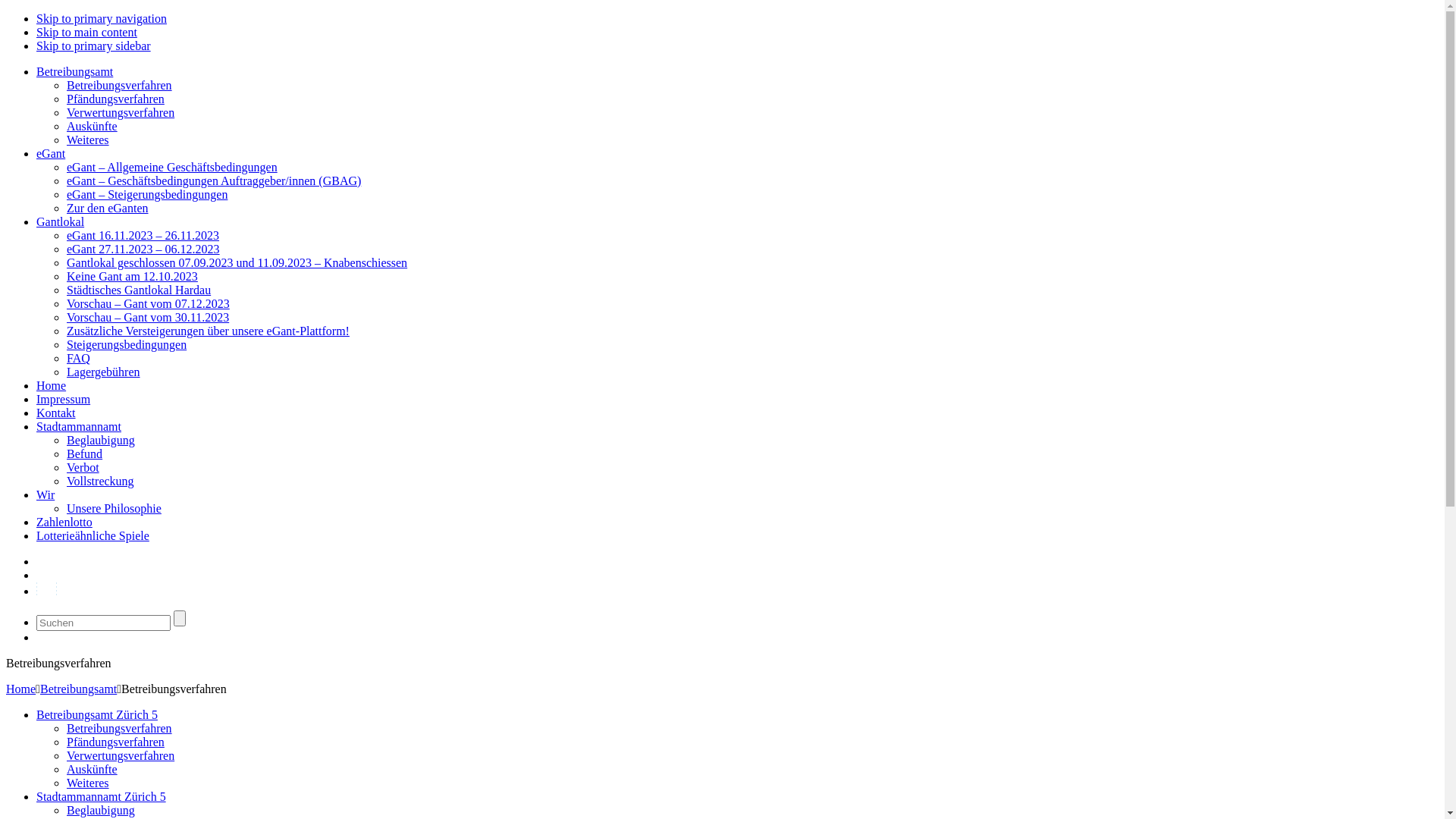  Describe the element at coordinates (100, 440) in the screenshot. I see `'Beglaubigung'` at that location.